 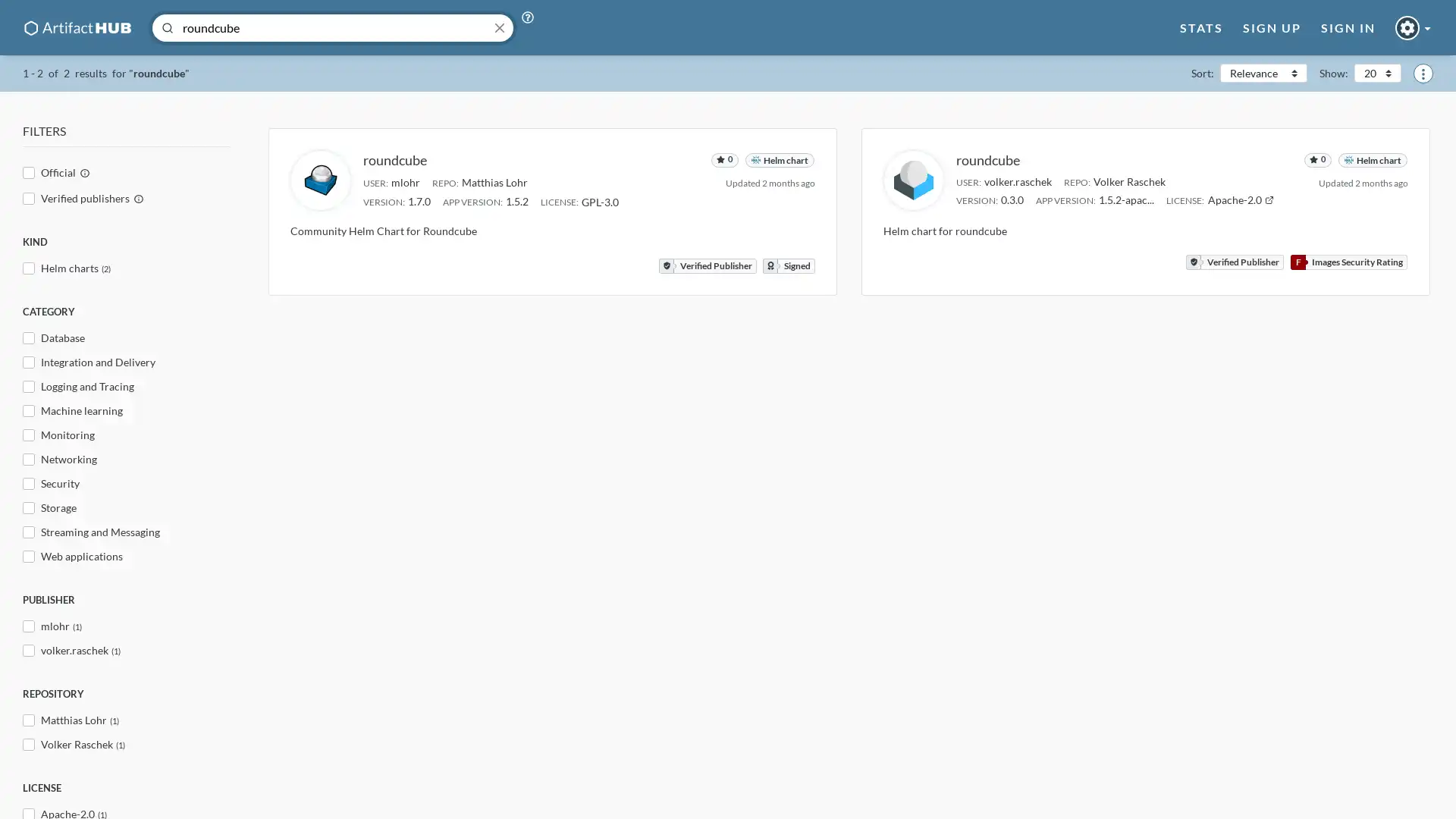 What do you see at coordinates (912, 766) in the screenshot?
I see `Disable usage tips` at bounding box center [912, 766].